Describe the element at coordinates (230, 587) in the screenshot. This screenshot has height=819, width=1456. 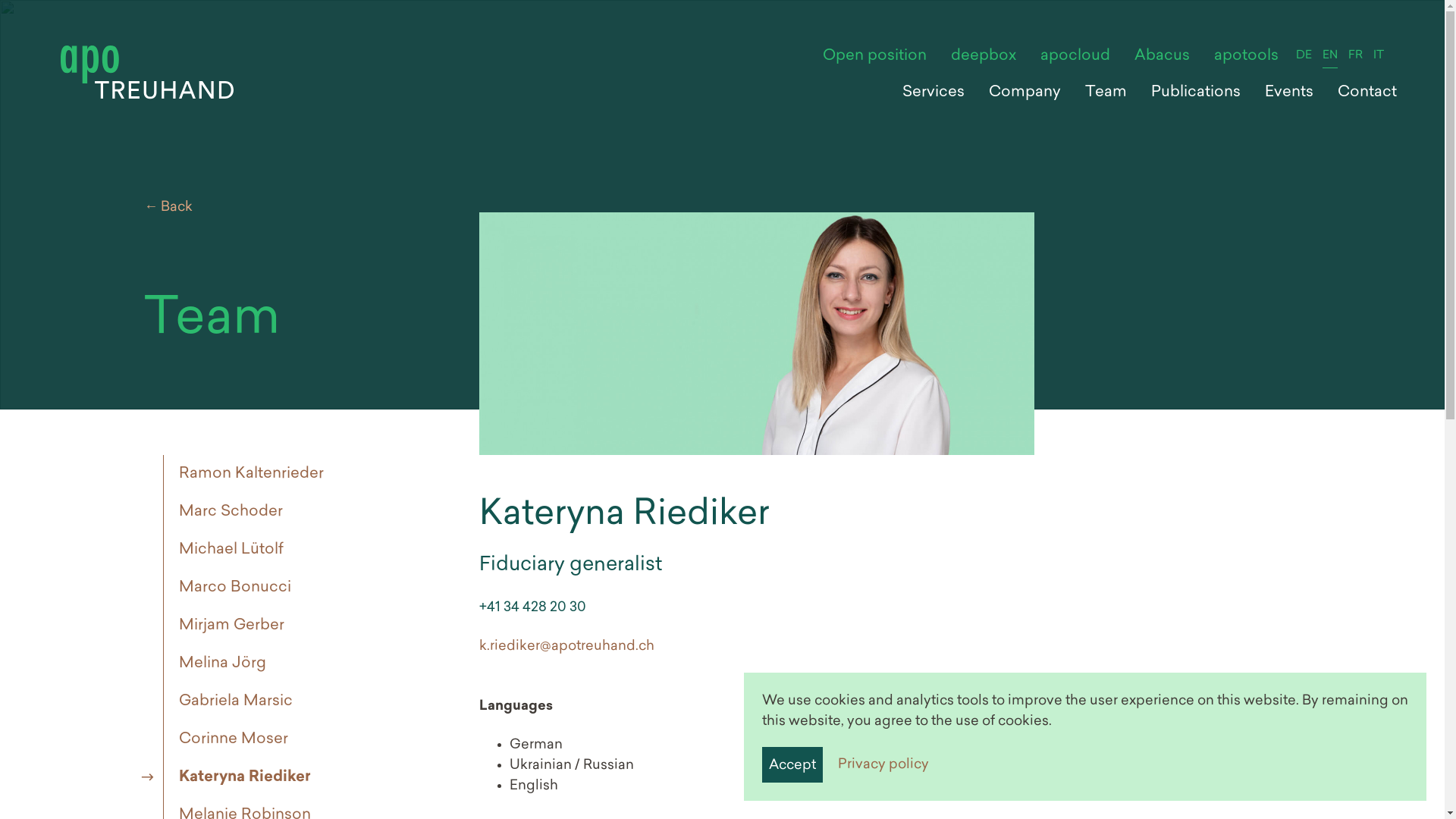
I see `'Marco Bonucci'` at that location.